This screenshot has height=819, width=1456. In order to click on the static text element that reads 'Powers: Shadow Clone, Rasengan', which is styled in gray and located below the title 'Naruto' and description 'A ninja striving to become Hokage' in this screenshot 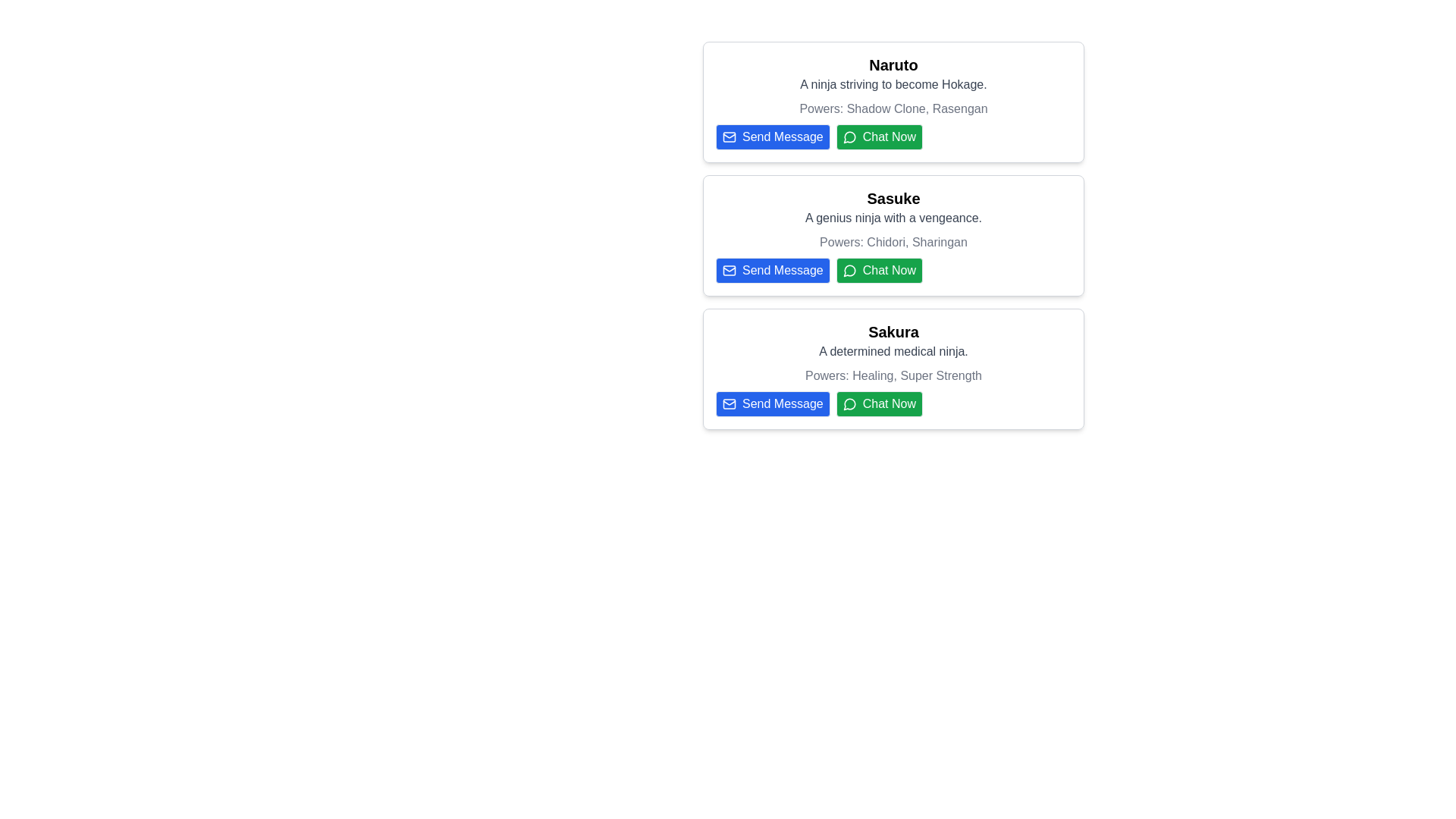, I will do `click(893, 108)`.